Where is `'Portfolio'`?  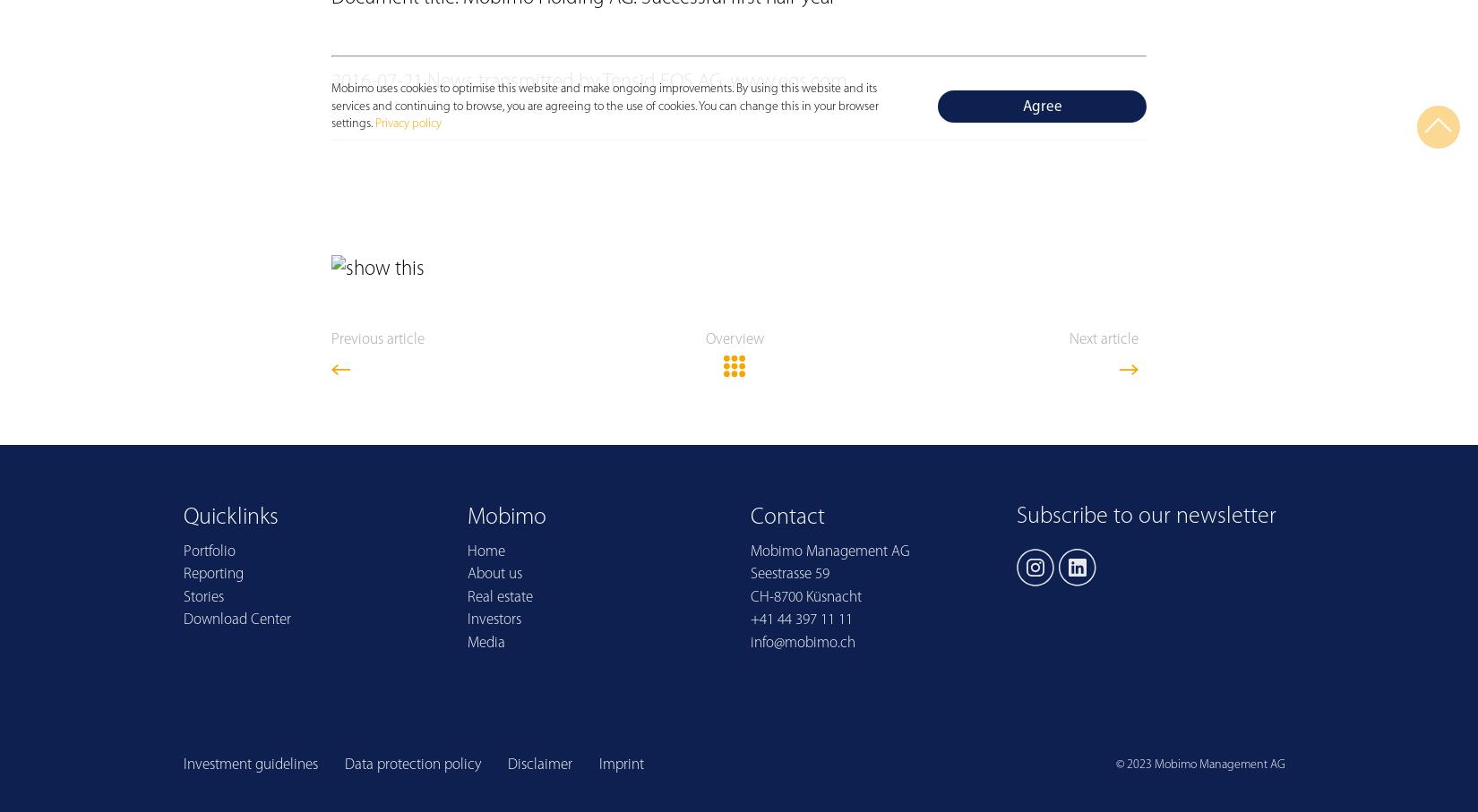 'Portfolio' is located at coordinates (209, 550).